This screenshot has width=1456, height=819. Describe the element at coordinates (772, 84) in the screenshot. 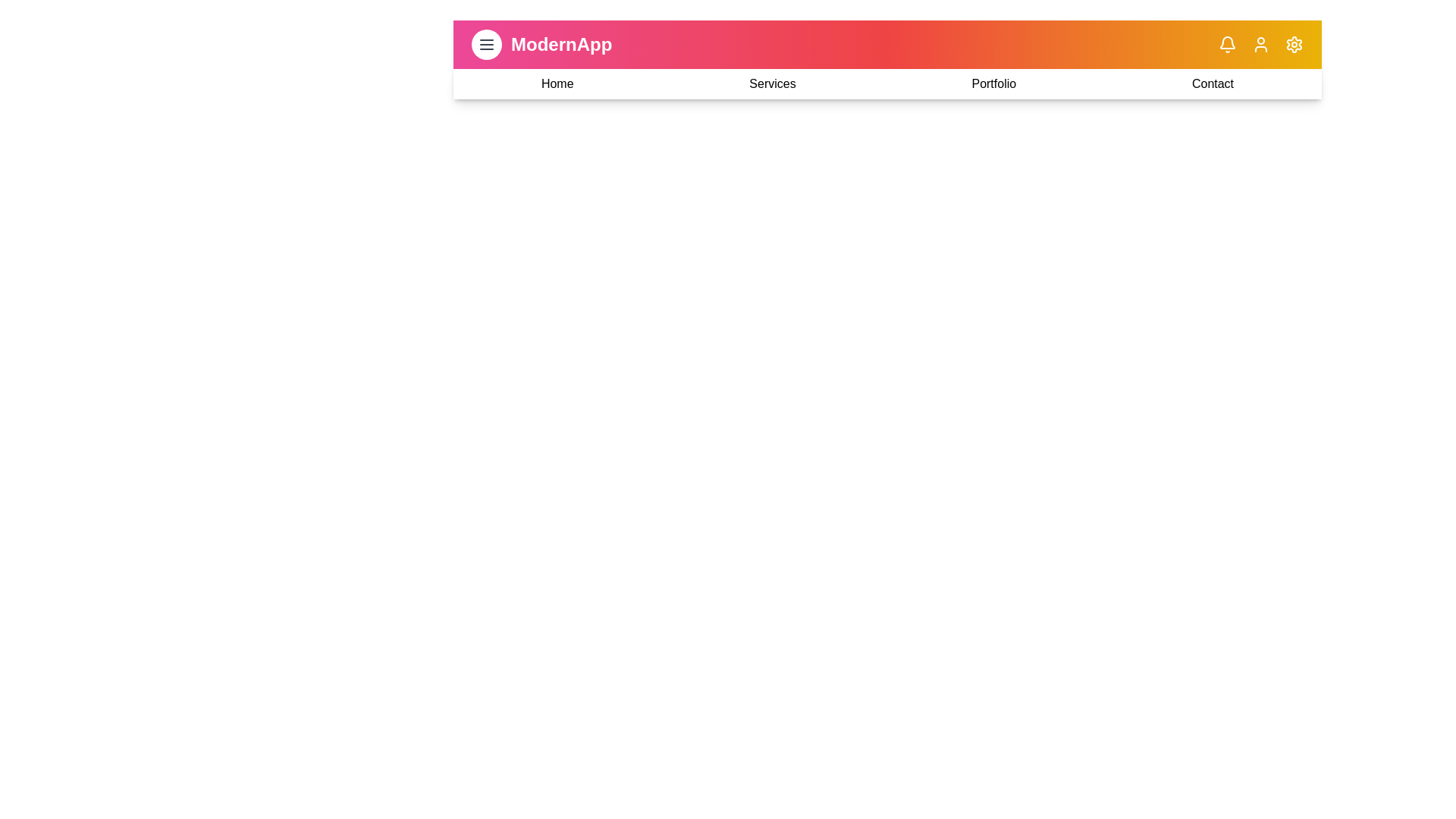

I see `the navigation link to navigate to the Services section` at that location.